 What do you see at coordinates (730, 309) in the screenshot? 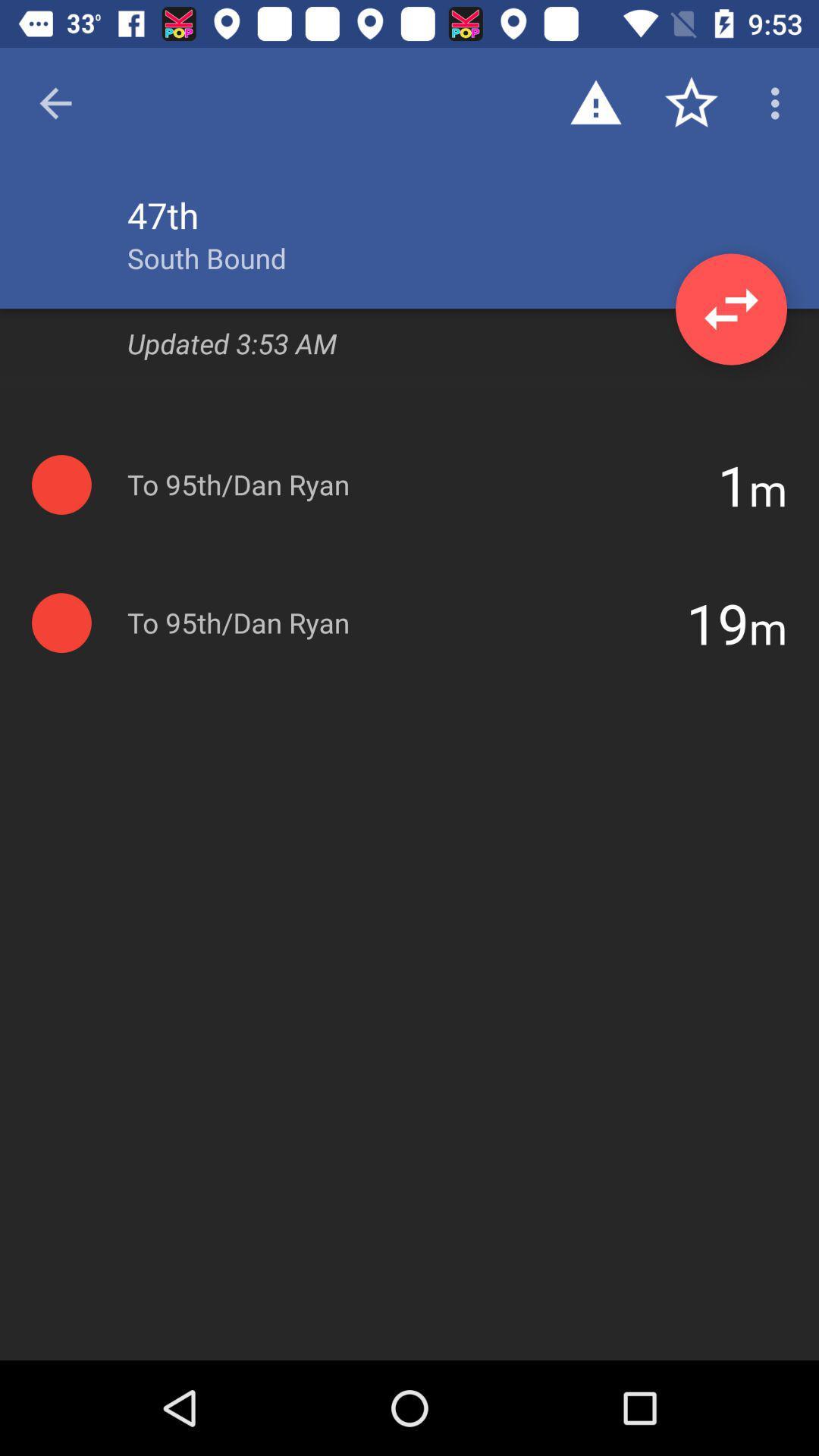
I see `flip bus route` at bounding box center [730, 309].